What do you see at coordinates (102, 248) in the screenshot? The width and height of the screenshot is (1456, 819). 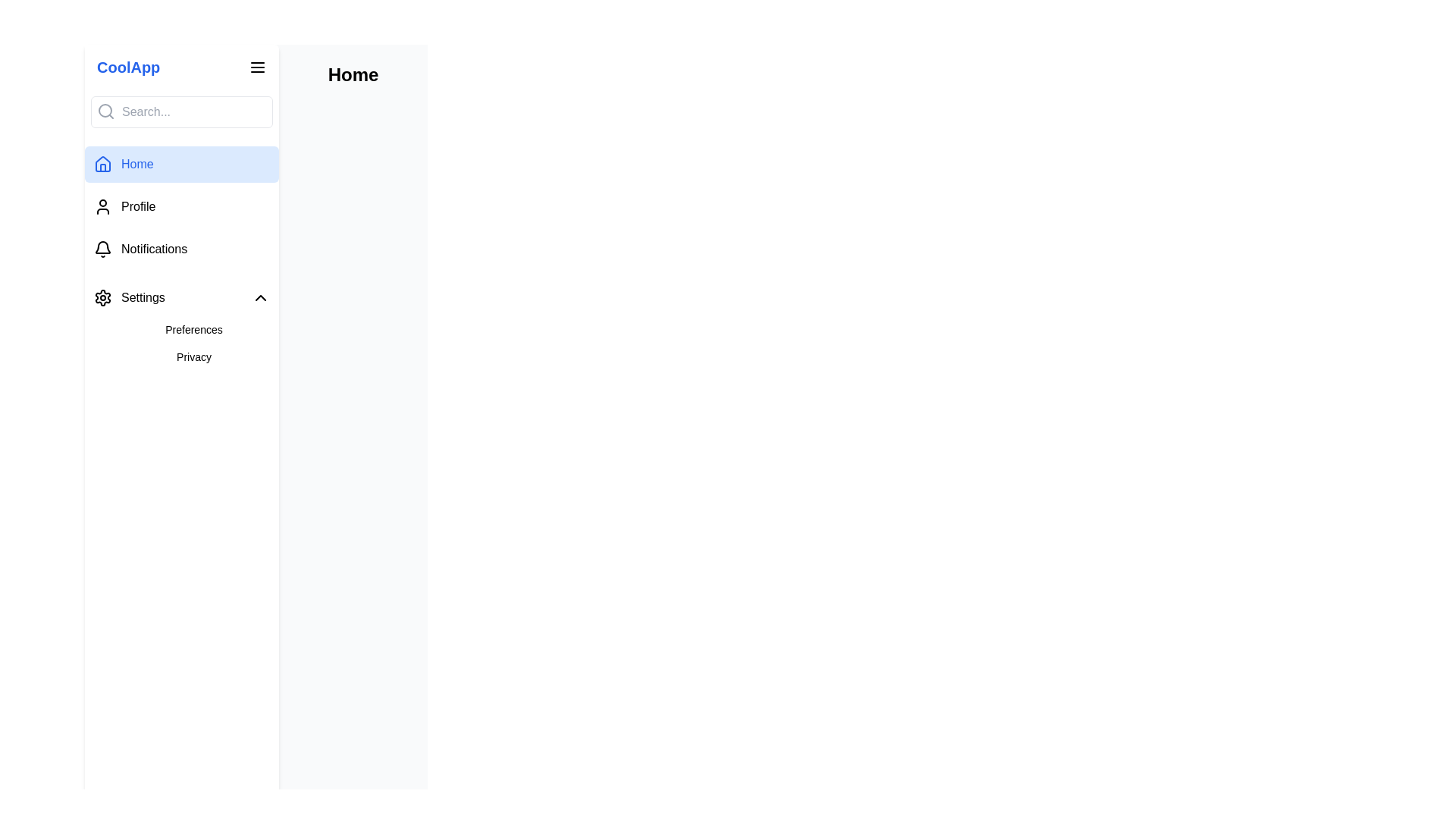 I see `the bell-shaped icon in the left navigation panel, which symbolizes notifications, positioned above the 'Settings' entry and below the 'Profile' entry` at bounding box center [102, 248].